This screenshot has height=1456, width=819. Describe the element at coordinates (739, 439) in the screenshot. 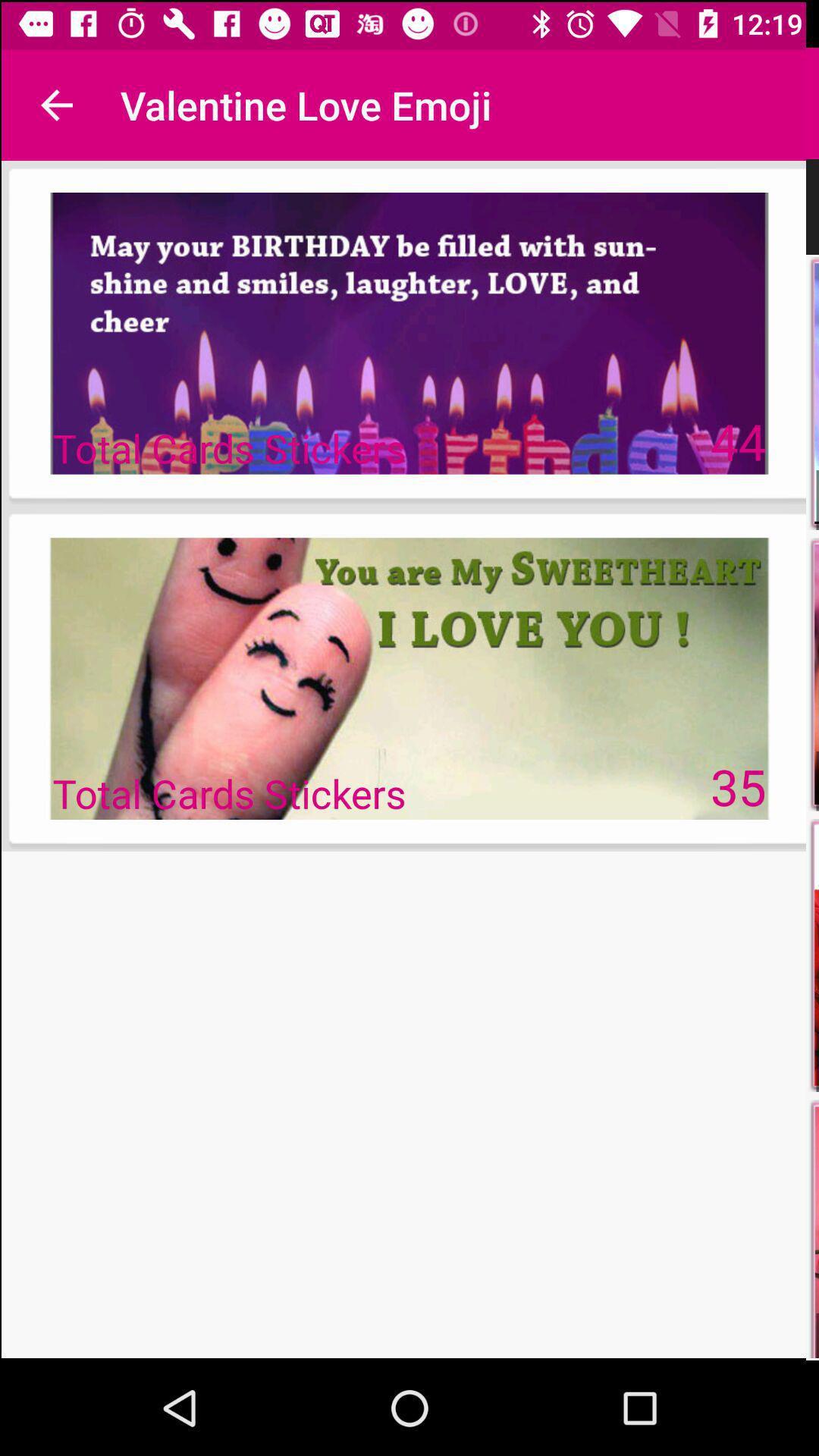

I see `the item to the right of total cards stickers item` at that location.